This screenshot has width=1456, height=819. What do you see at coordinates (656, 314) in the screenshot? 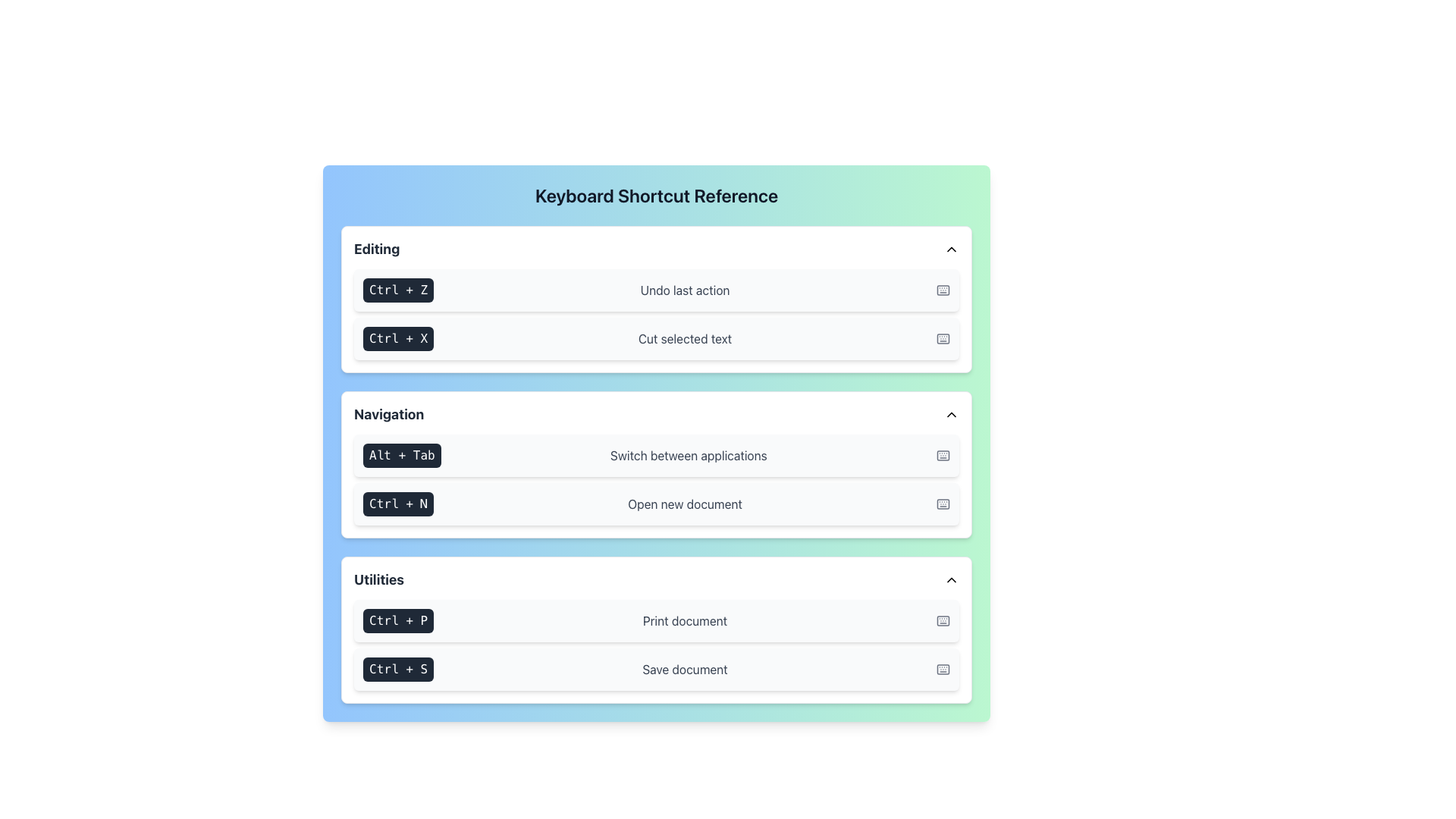
I see `shortcut descriptions from the Shortcut Reference Panel located in the 'Editing' section of the 'Keyboard Shortcut Reference' interface` at bounding box center [656, 314].